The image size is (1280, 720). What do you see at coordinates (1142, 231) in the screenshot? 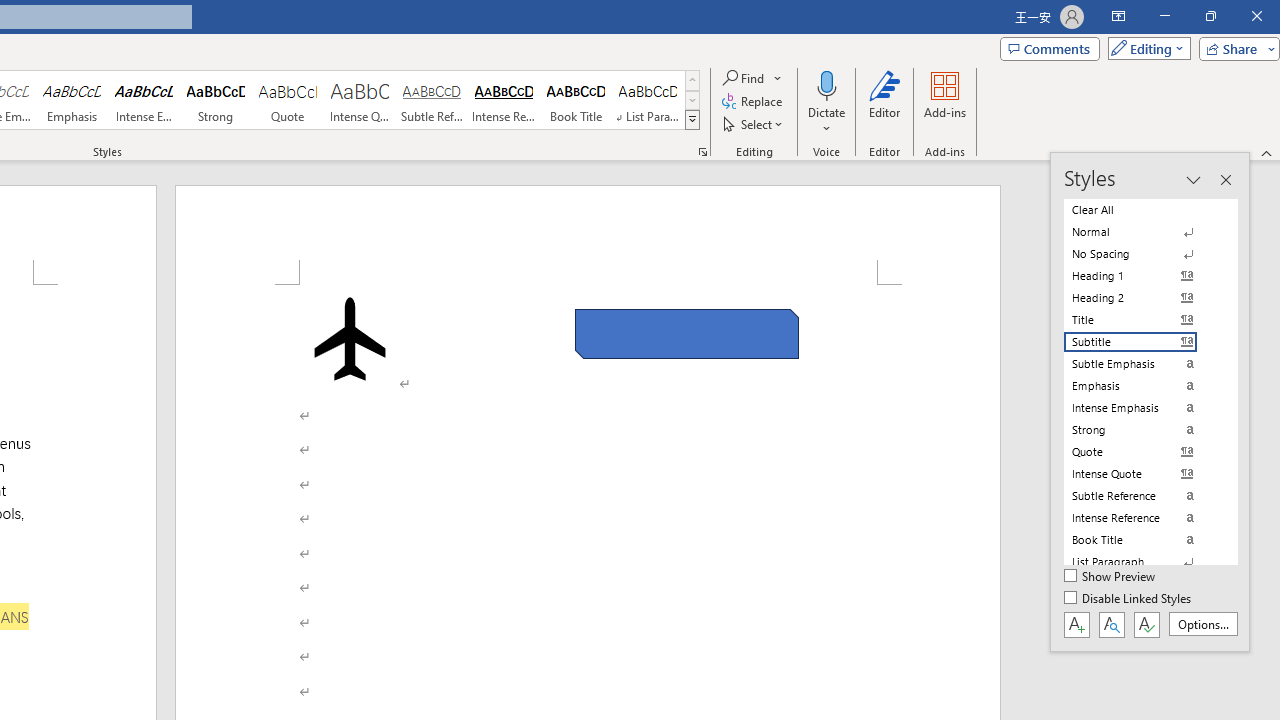
I see `'Normal'` at bounding box center [1142, 231].